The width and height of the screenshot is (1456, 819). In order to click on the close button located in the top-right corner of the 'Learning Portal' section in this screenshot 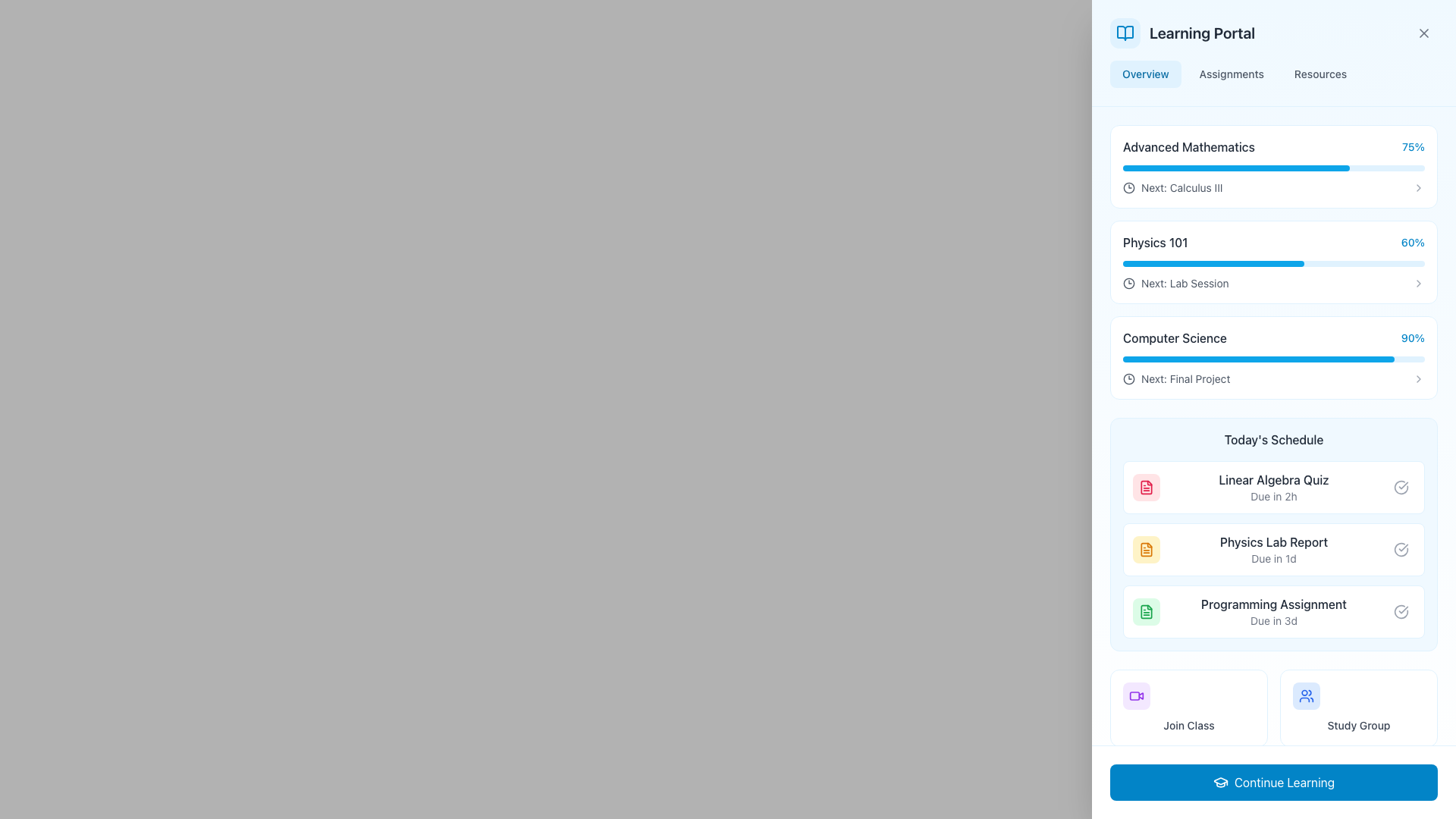, I will do `click(1423, 33)`.